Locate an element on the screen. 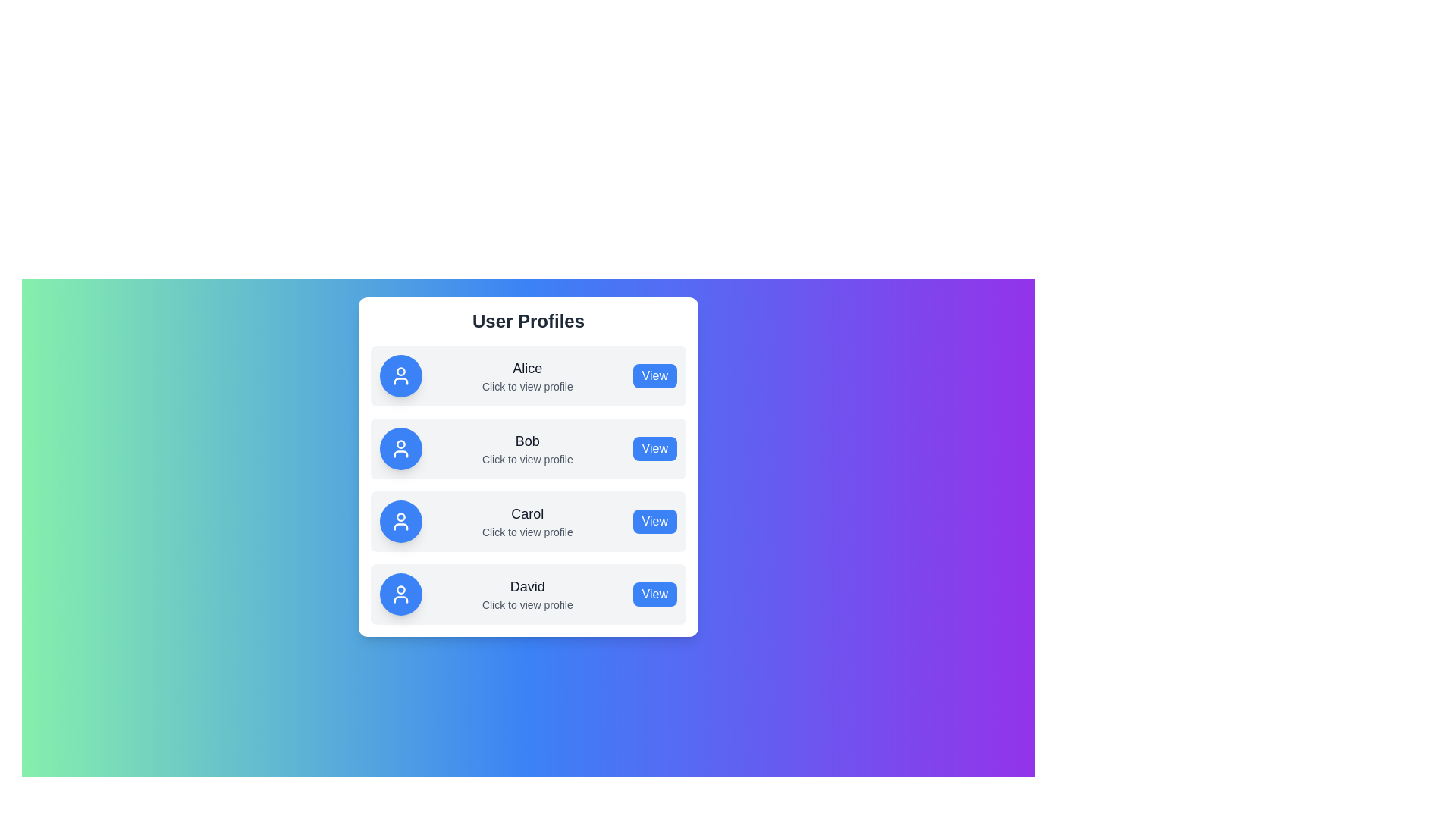 The image size is (1456, 819). the circular graphic element located at the top of the user icon for the user profile labeled 'David', which is the fourth profile in the vertical list is located at coordinates (400, 589).